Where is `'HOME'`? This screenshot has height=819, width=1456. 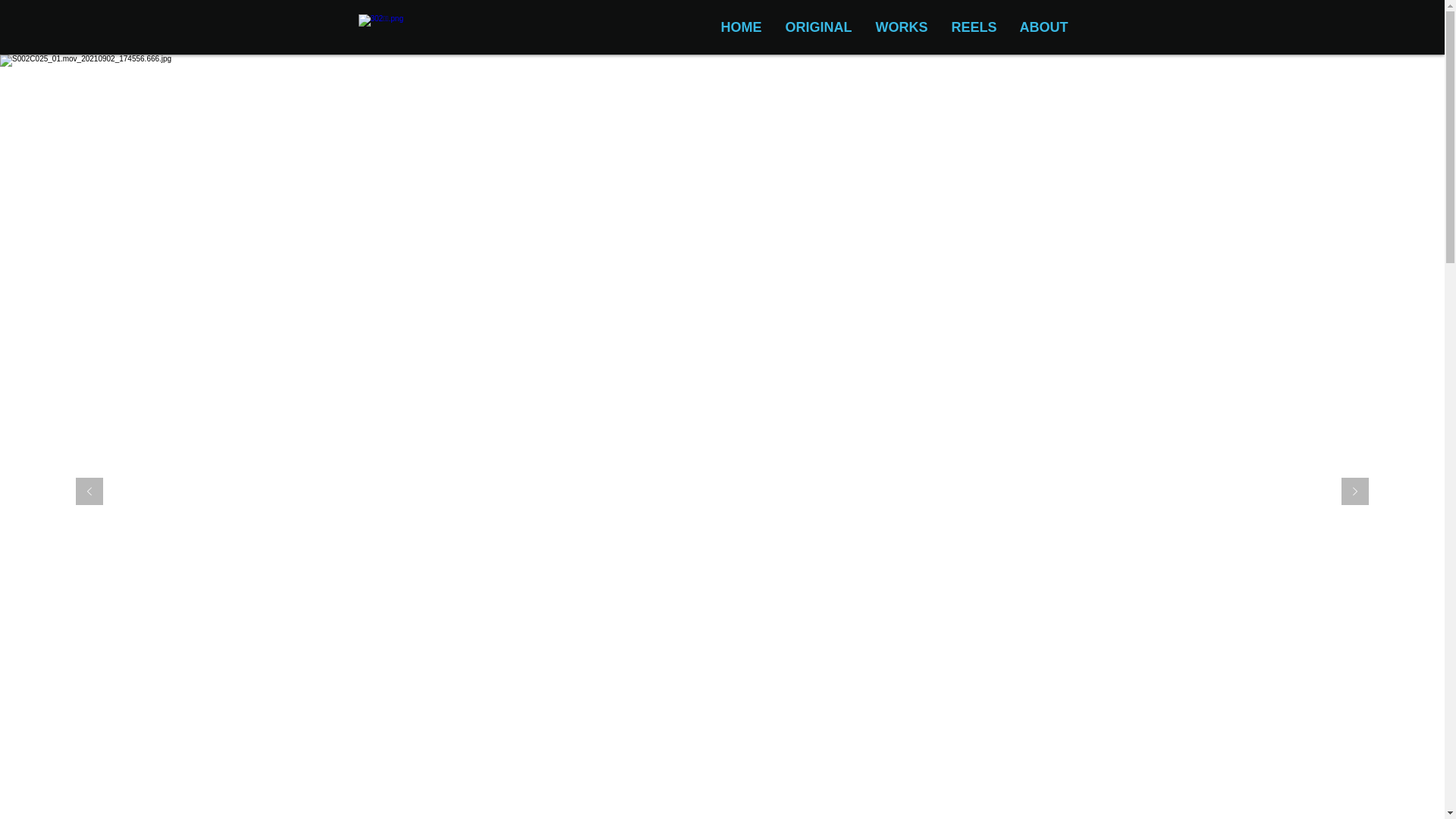
'HOME' is located at coordinates (740, 27).